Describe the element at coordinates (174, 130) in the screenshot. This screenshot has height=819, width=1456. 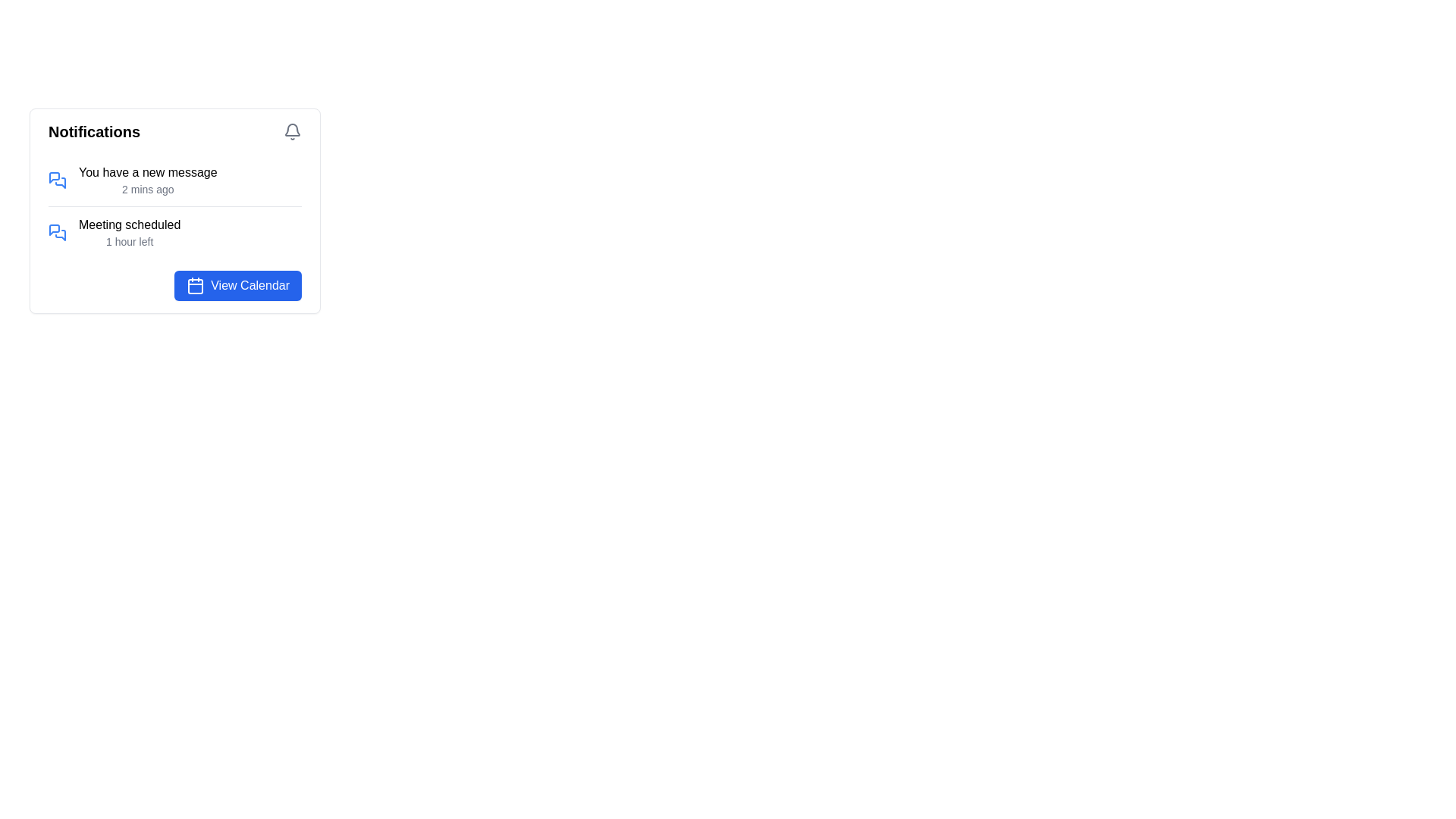
I see `the text content of the 'Notifications' header section, which is a horizontal element at the top of the card interface with bold text on the left and a bell icon on the right` at that location.